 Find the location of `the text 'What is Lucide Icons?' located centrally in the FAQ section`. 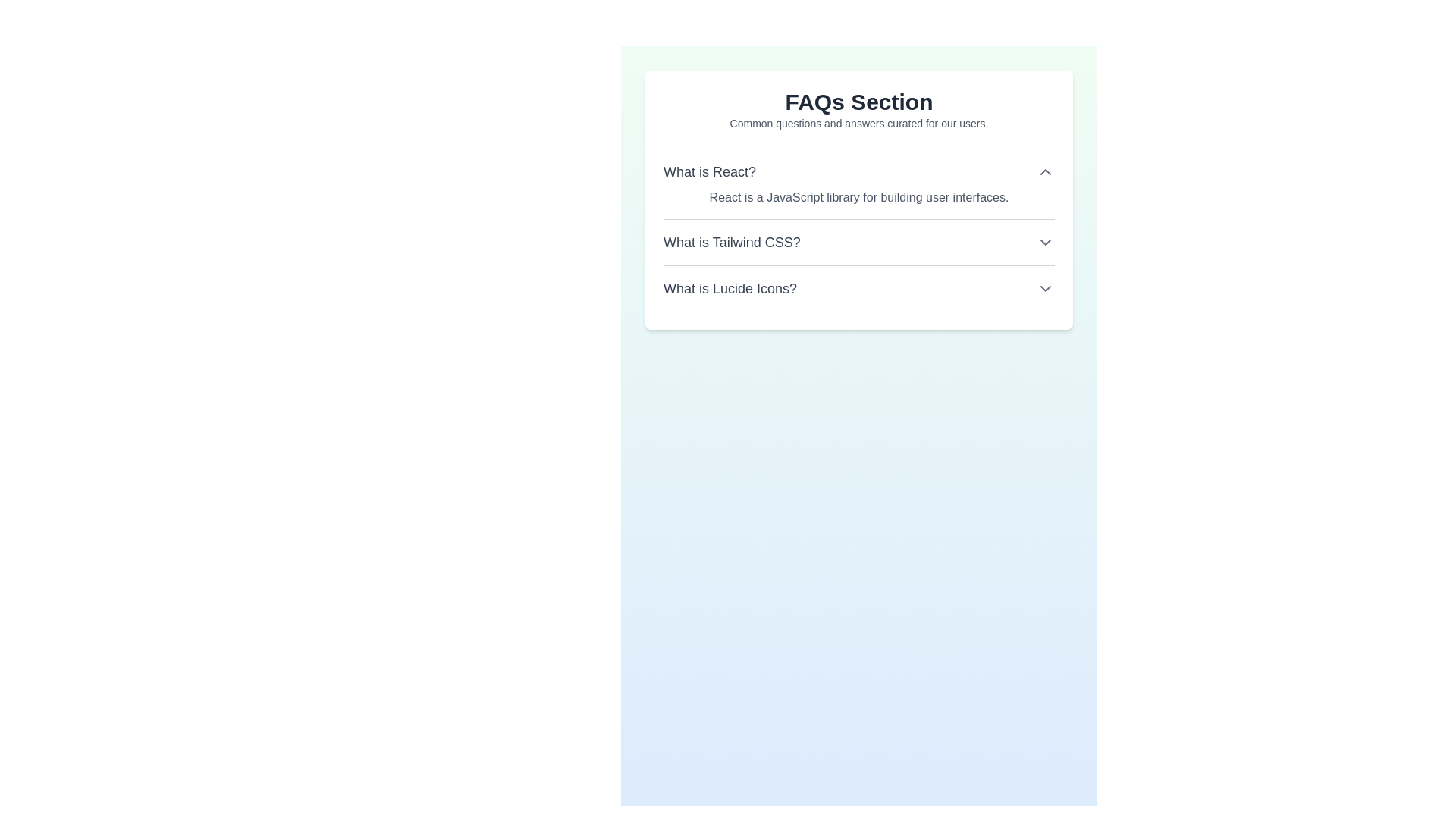

the text 'What is Lucide Icons?' located centrally in the FAQ section is located at coordinates (730, 289).